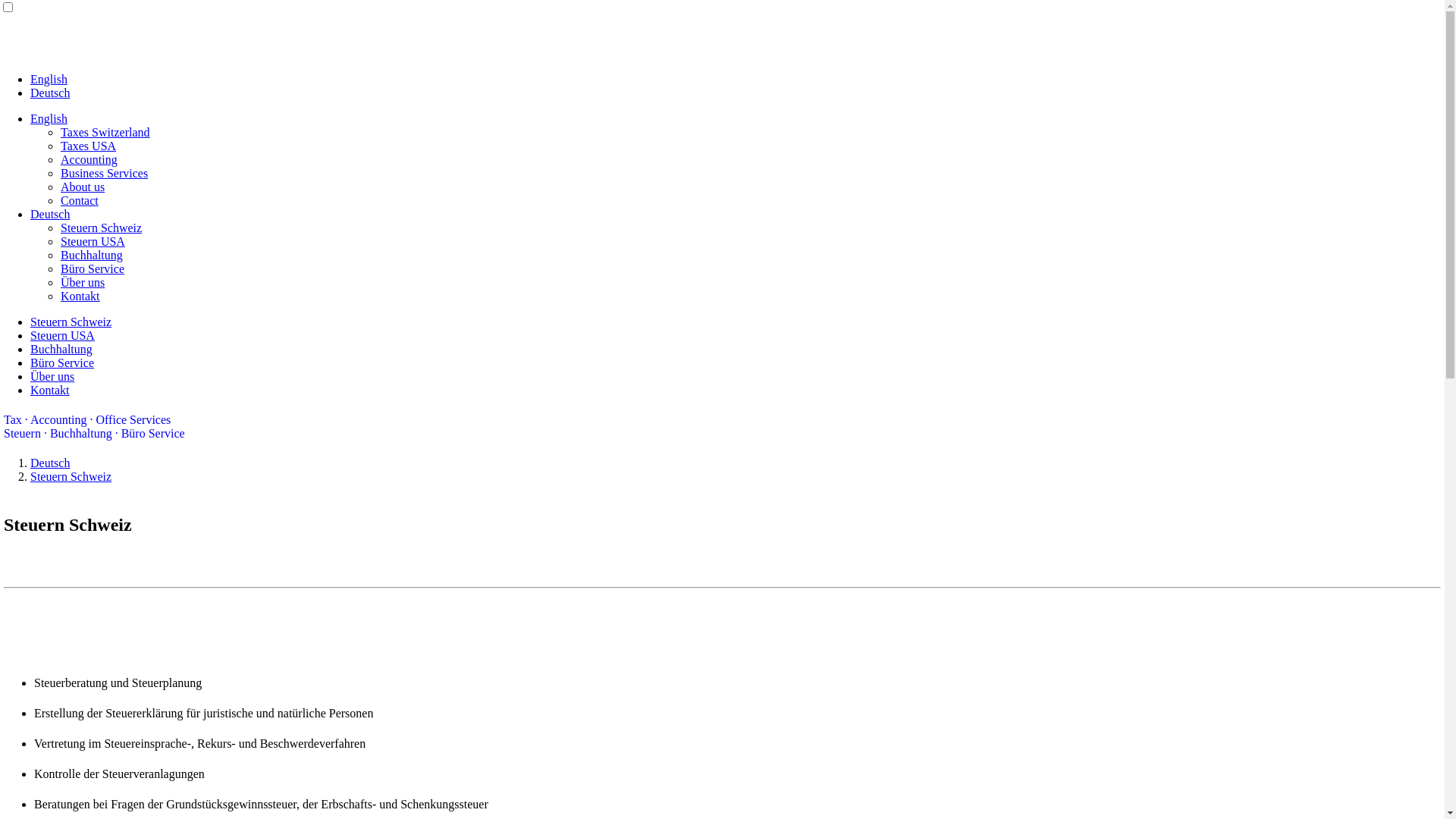 Image resolution: width=1456 pixels, height=819 pixels. Describe the element at coordinates (50, 462) in the screenshot. I see `'Deutsch'` at that location.